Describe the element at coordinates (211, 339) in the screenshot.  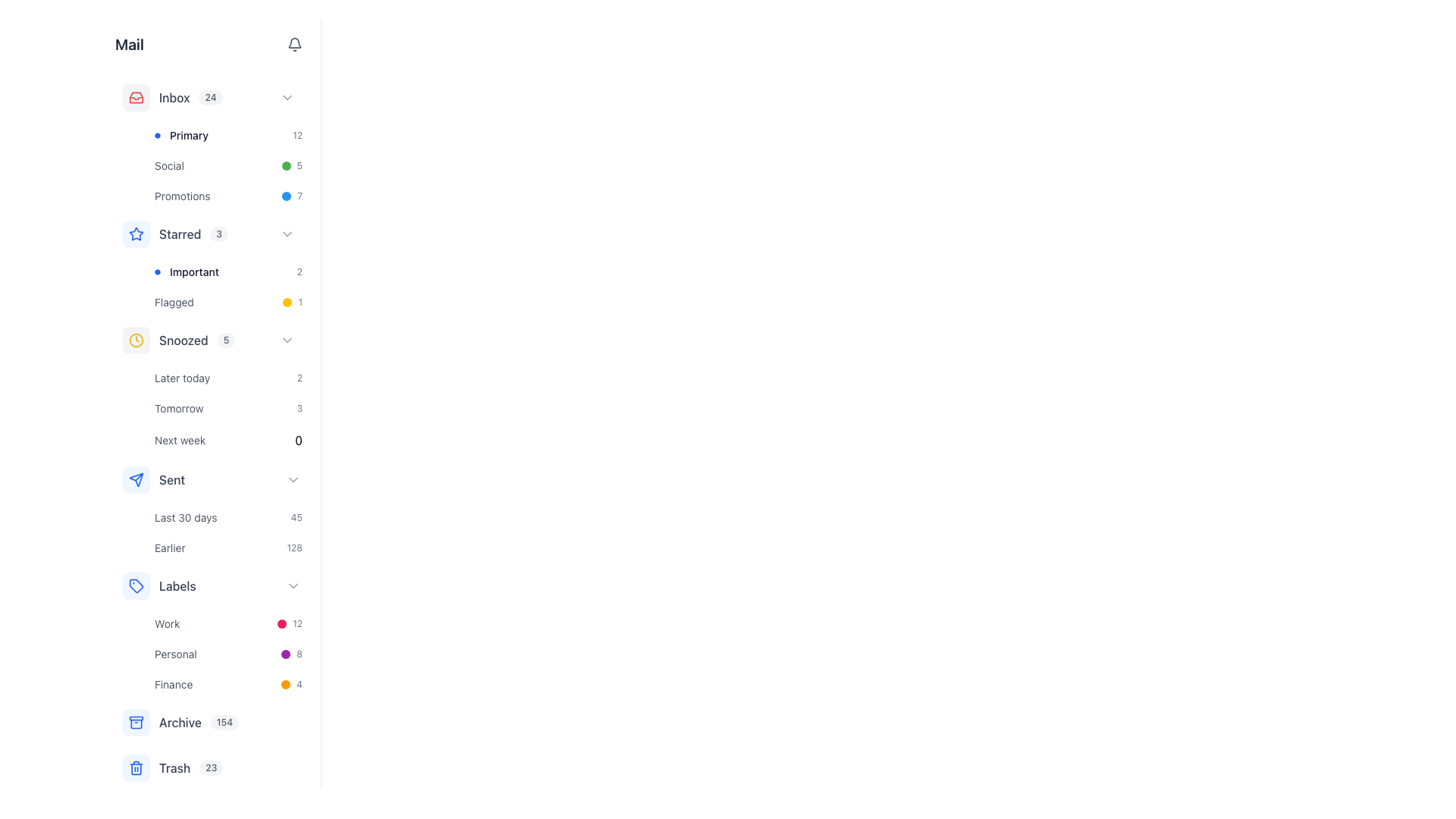
I see `the 'Snoozed' button in the sidebar menu, which features a clock icon on the left, followed by the text 'Snoozed' and a count indicator '5', and a downward chevron icon on the right` at that location.